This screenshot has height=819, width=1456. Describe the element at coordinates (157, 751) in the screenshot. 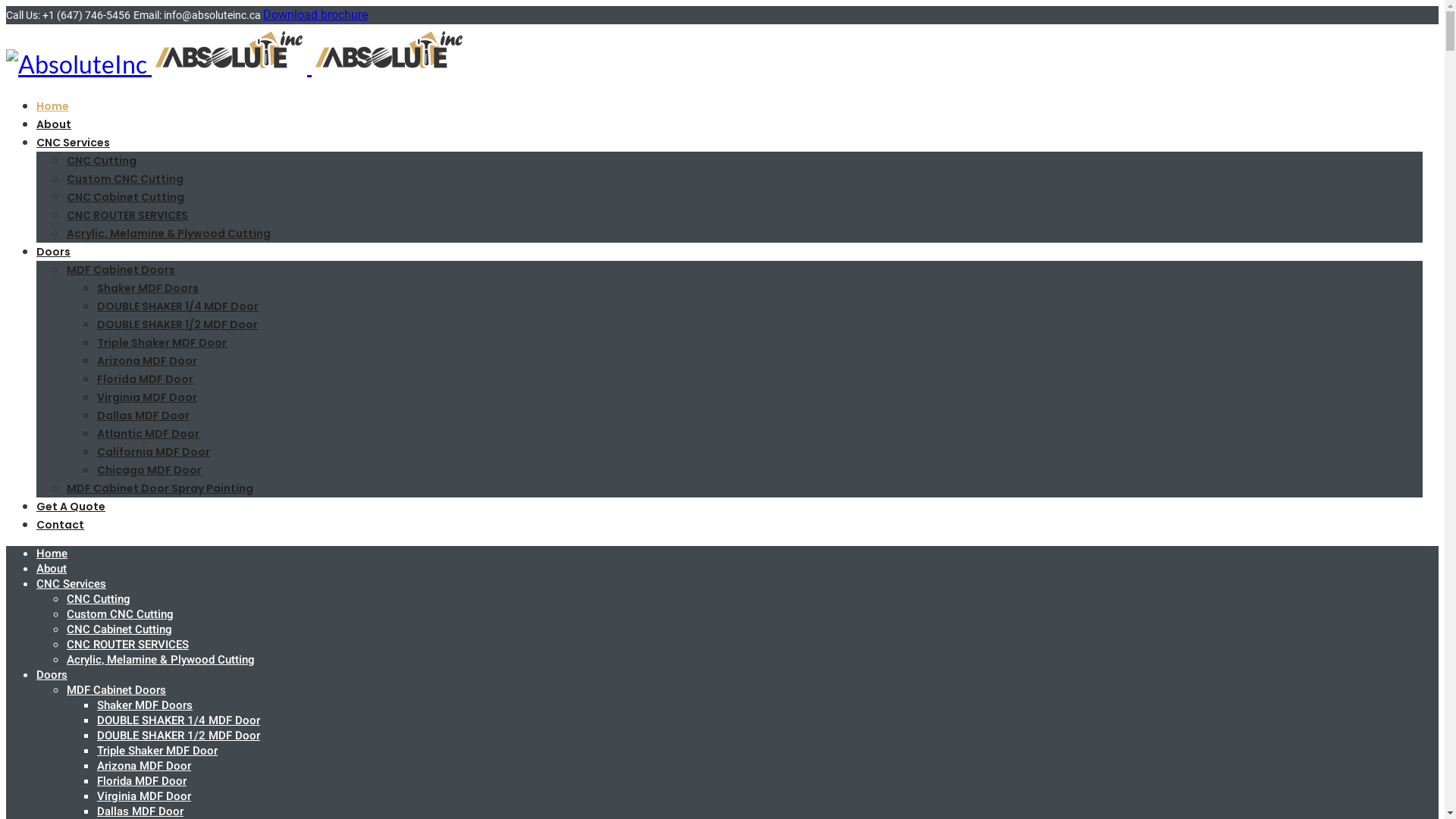

I see `'Triple Shaker MDF Door'` at that location.